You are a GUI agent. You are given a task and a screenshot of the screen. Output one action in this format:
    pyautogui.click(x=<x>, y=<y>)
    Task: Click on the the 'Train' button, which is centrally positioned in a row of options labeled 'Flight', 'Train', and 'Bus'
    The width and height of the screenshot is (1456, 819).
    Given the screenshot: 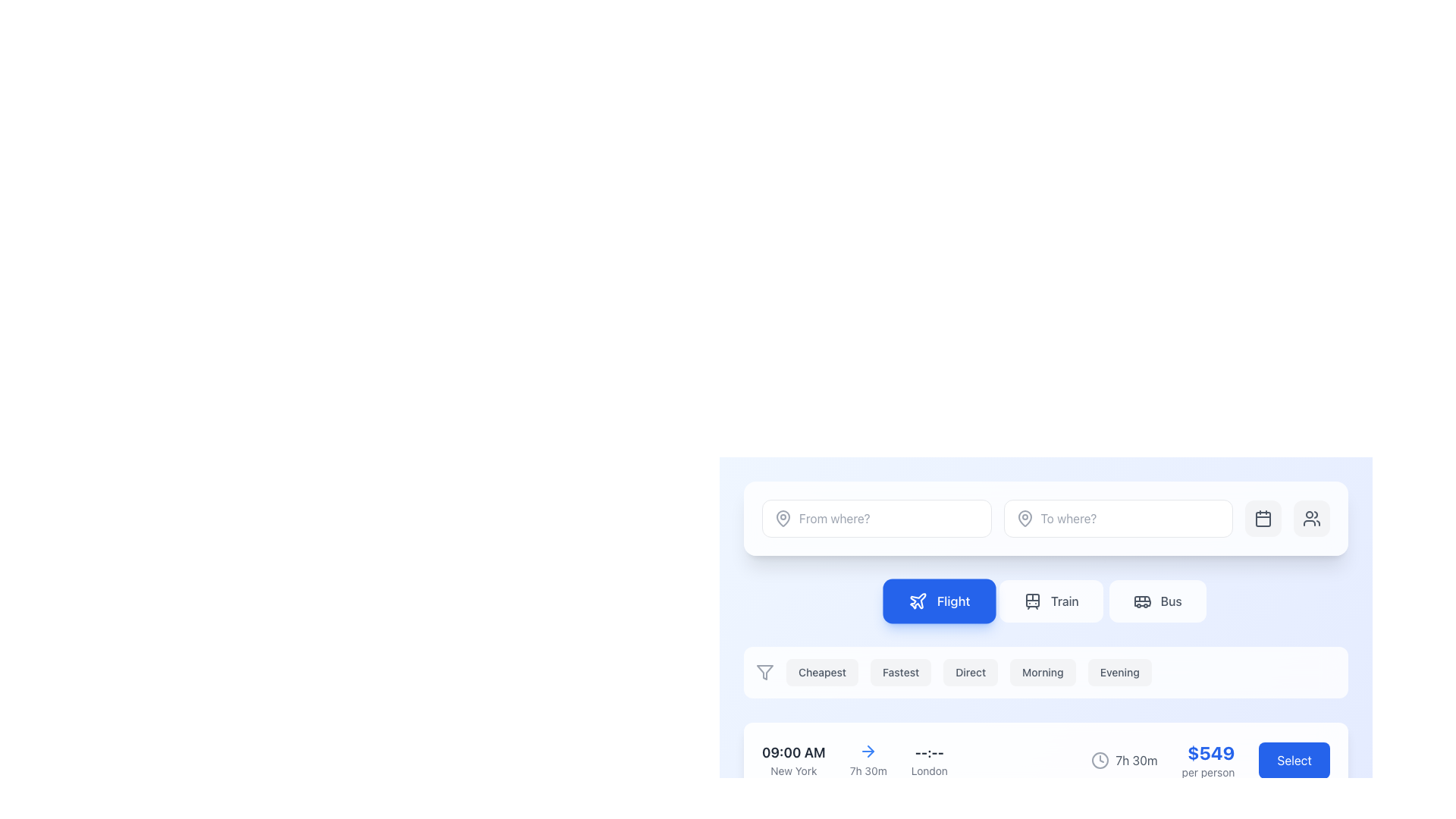 What is the action you would take?
    pyautogui.click(x=1045, y=607)
    